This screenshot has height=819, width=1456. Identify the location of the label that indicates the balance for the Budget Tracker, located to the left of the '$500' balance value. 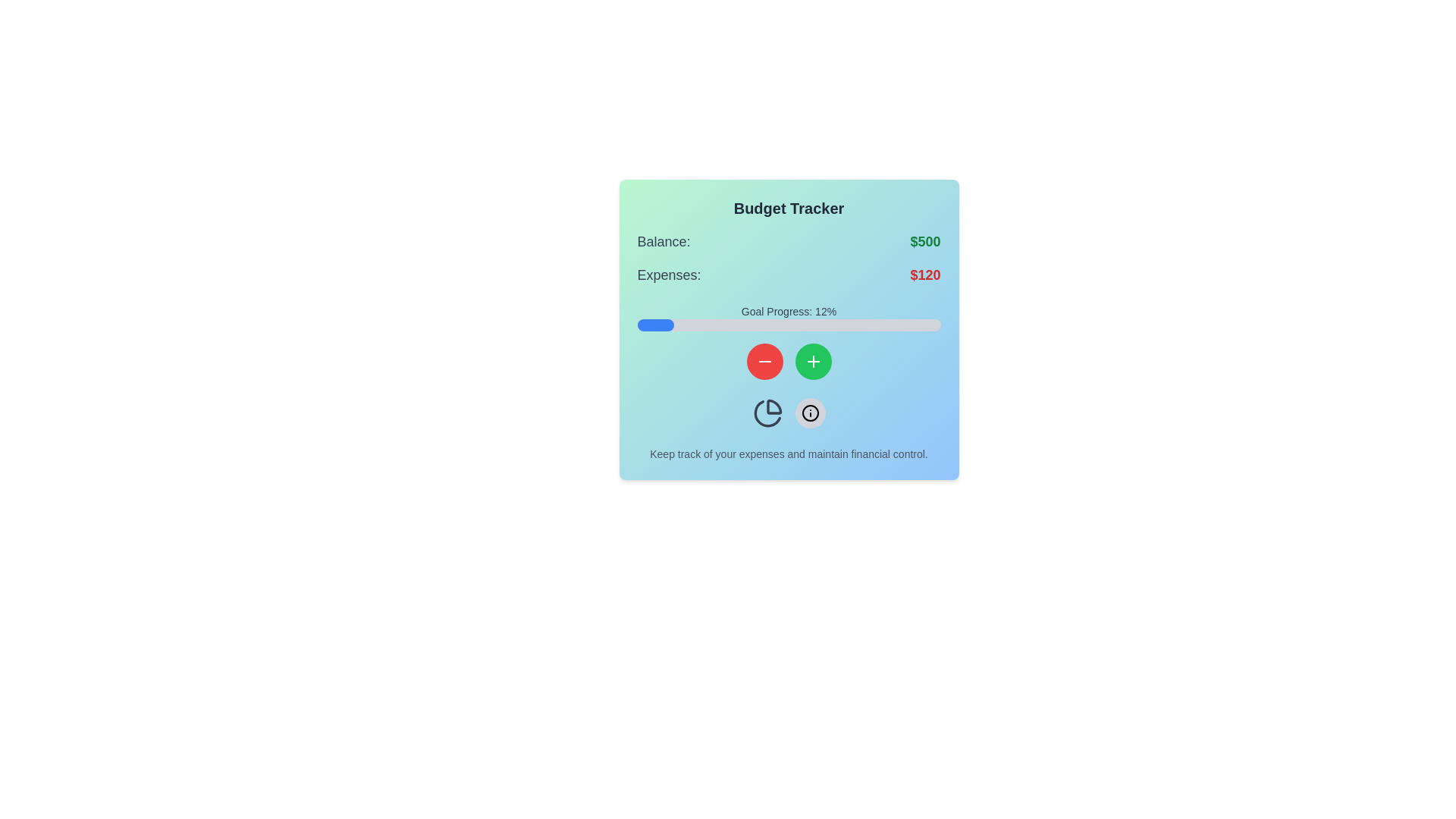
(664, 241).